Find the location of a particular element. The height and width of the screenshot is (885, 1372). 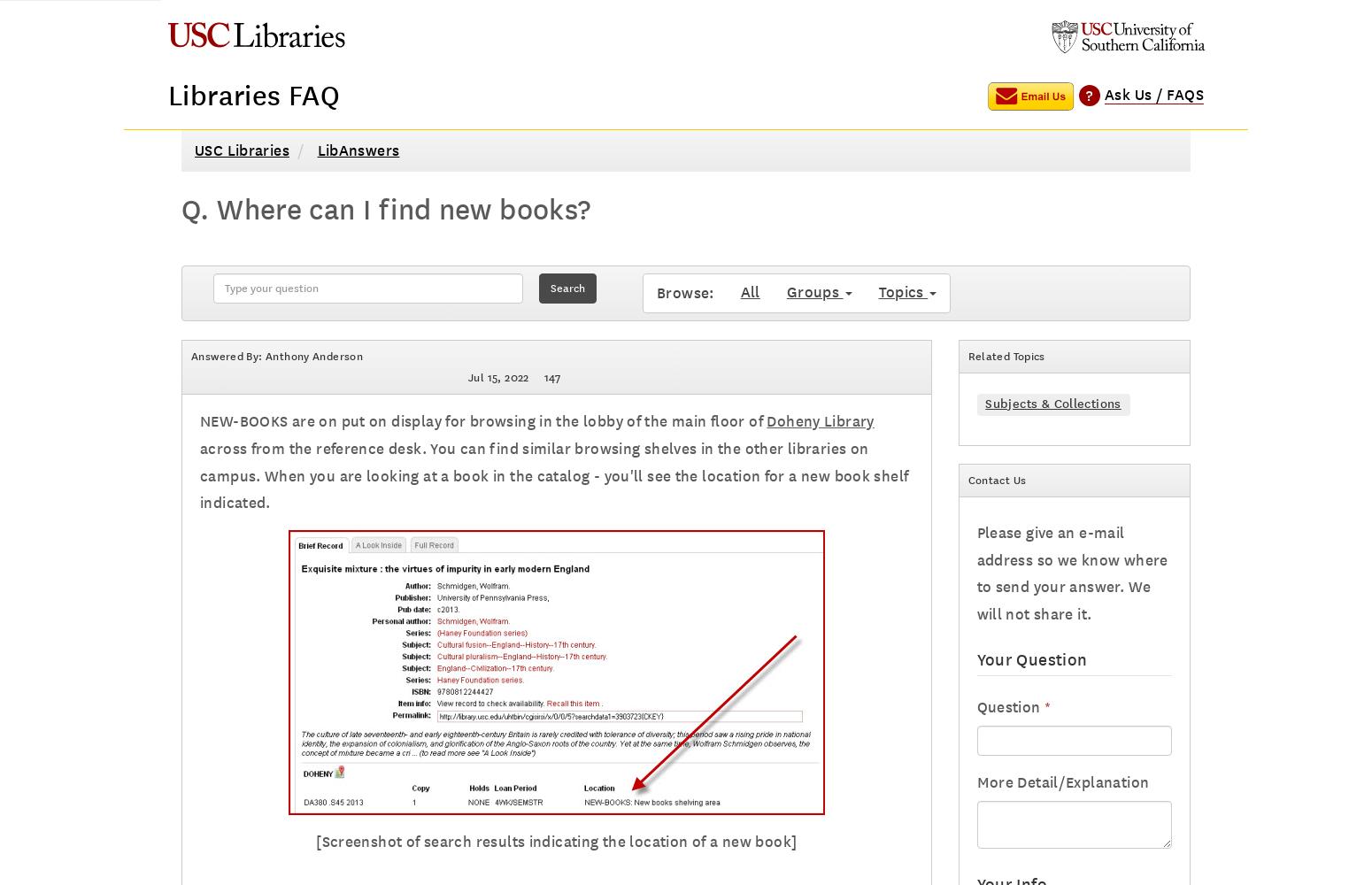

'All' is located at coordinates (749, 291).